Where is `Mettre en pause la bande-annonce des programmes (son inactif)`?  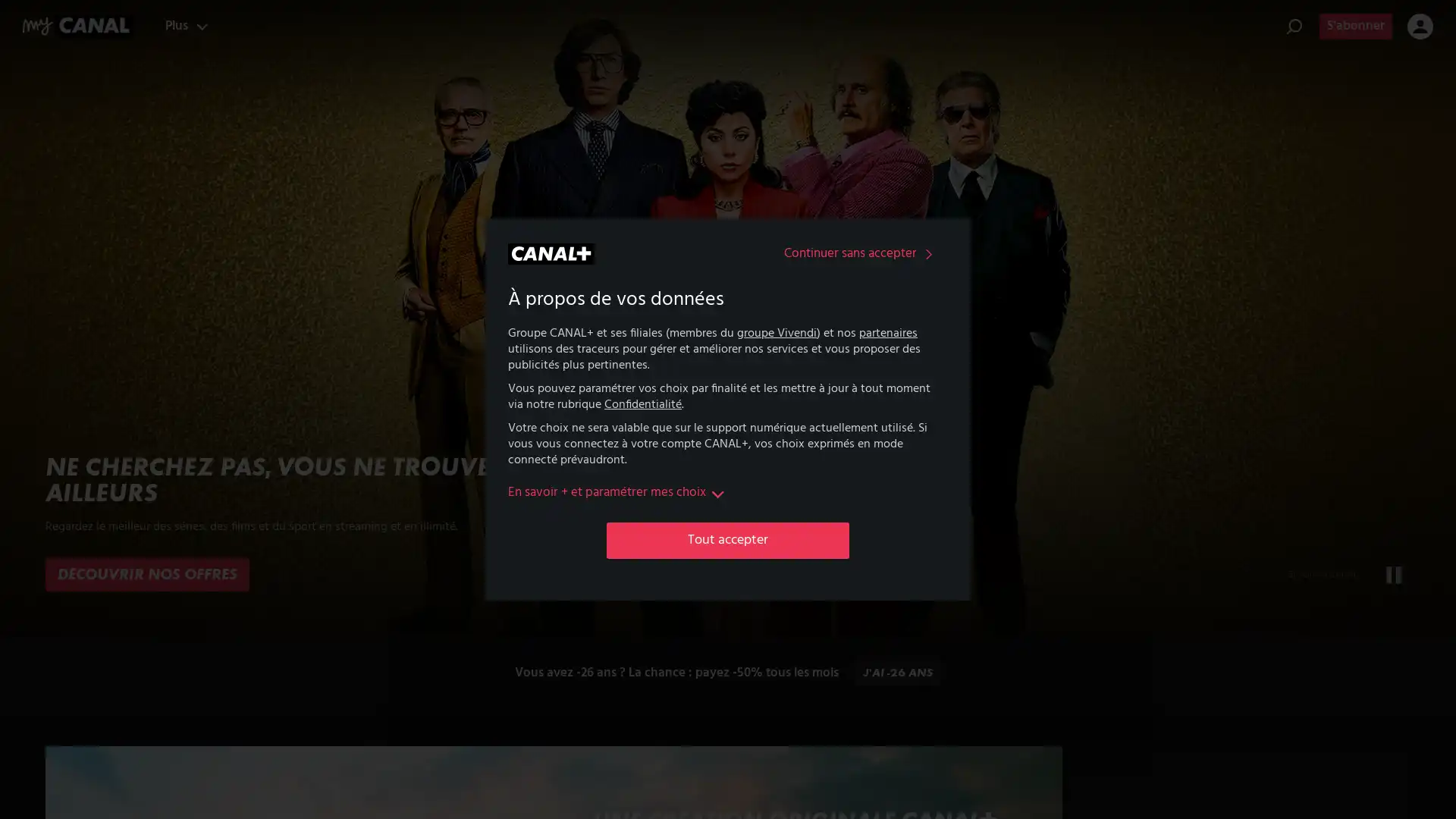 Mettre en pause la bande-annonce des programmes (son inactif) is located at coordinates (1394, 575).